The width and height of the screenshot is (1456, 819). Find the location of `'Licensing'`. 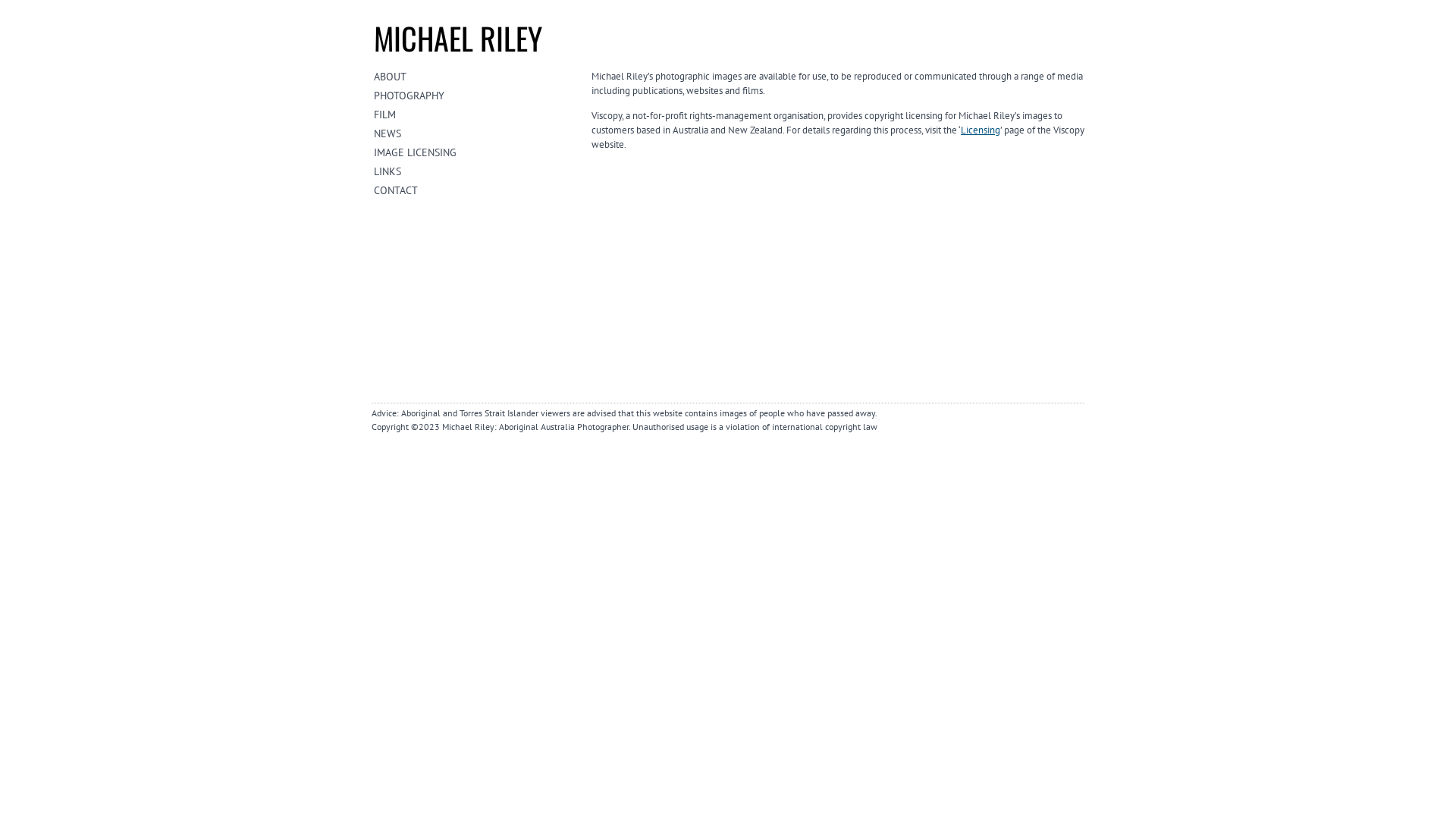

'Licensing' is located at coordinates (980, 129).